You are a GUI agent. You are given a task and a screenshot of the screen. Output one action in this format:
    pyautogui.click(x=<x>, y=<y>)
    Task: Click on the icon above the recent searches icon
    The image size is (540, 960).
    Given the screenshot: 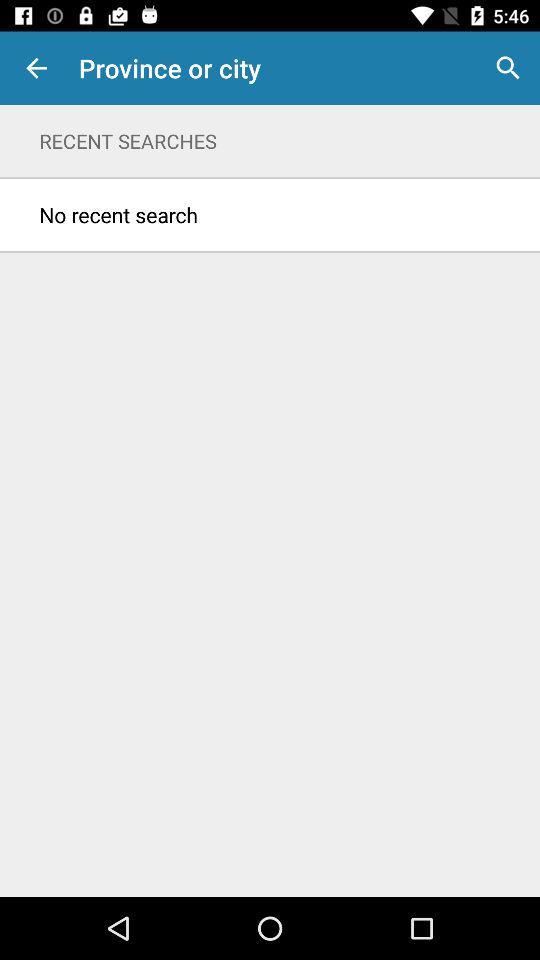 What is the action you would take?
    pyautogui.click(x=36, y=68)
    